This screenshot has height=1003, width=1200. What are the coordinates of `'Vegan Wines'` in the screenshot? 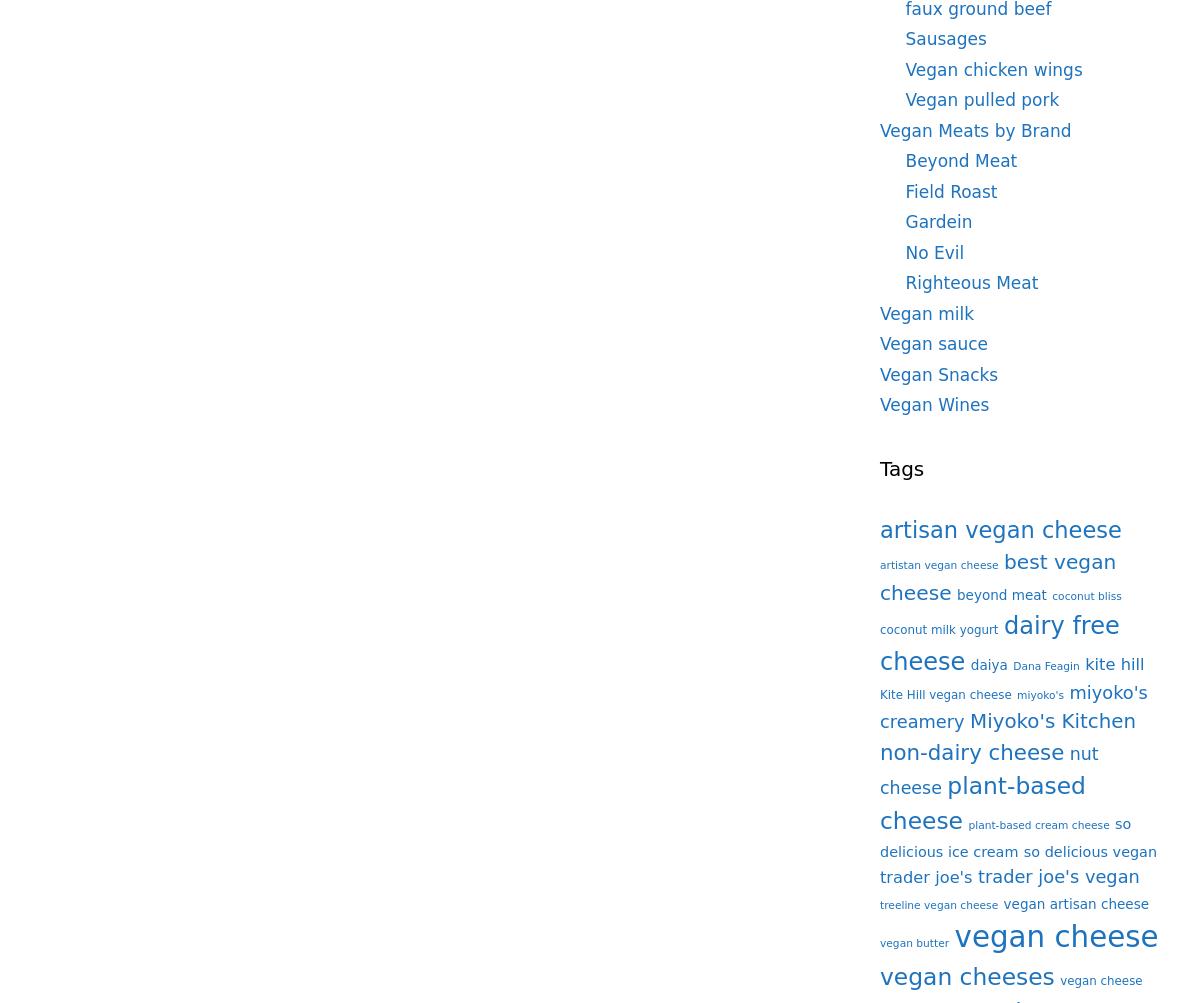 It's located at (934, 405).